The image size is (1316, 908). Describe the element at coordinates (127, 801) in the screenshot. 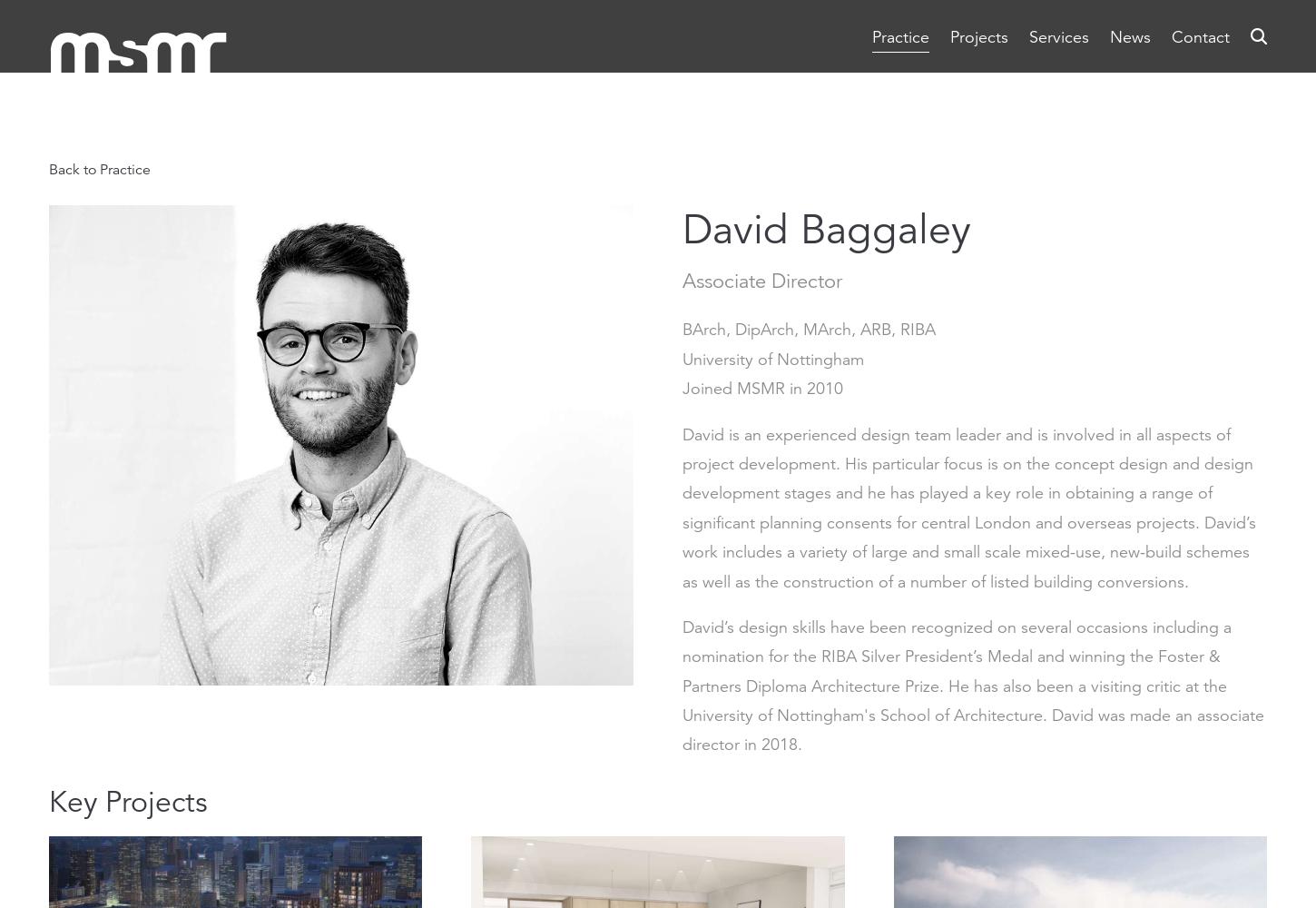

I see `'Key Projects'` at that location.